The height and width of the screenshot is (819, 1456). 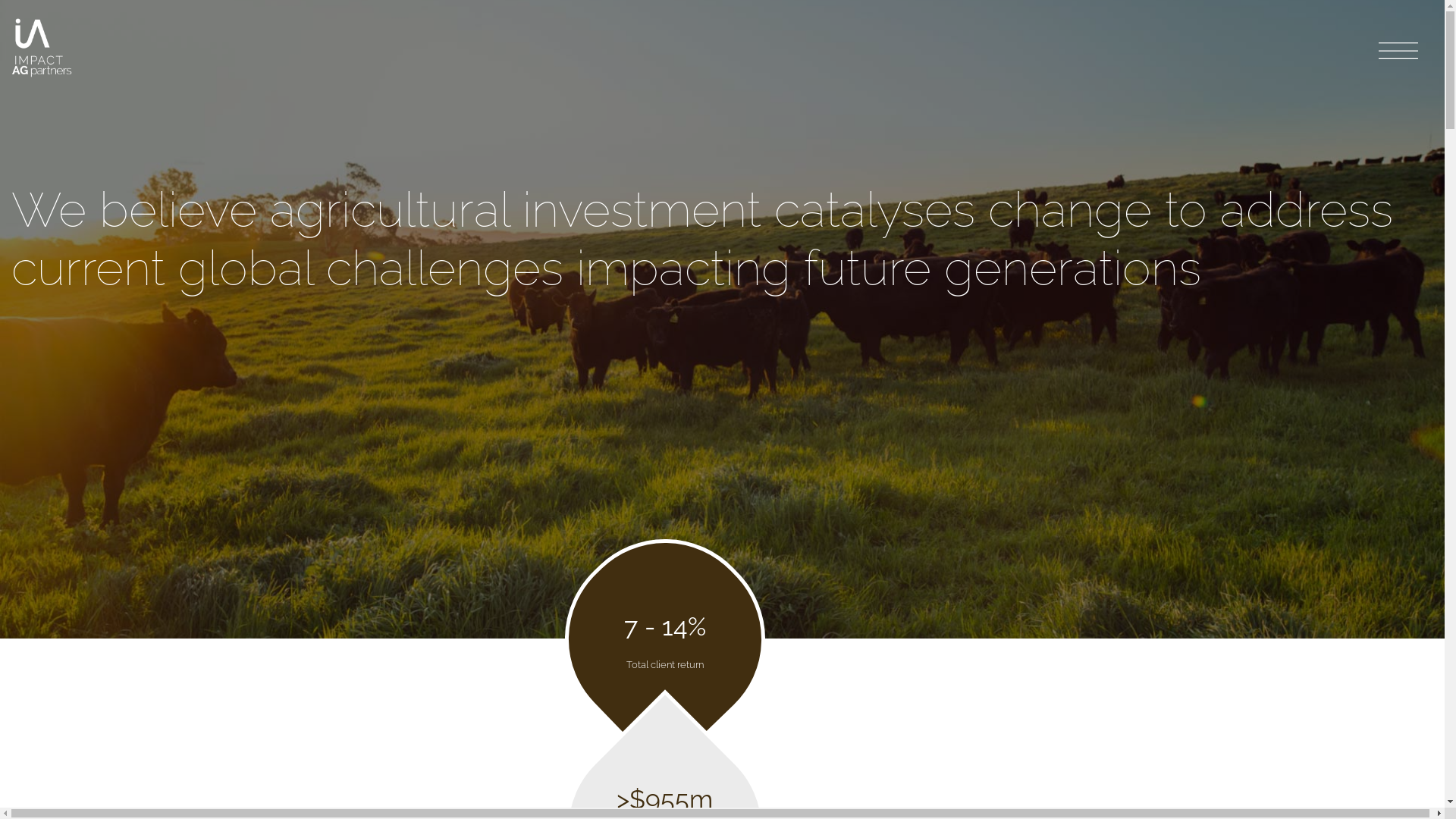 What do you see at coordinates (665, 635) in the screenshot?
I see `'7 - 14%` at bounding box center [665, 635].